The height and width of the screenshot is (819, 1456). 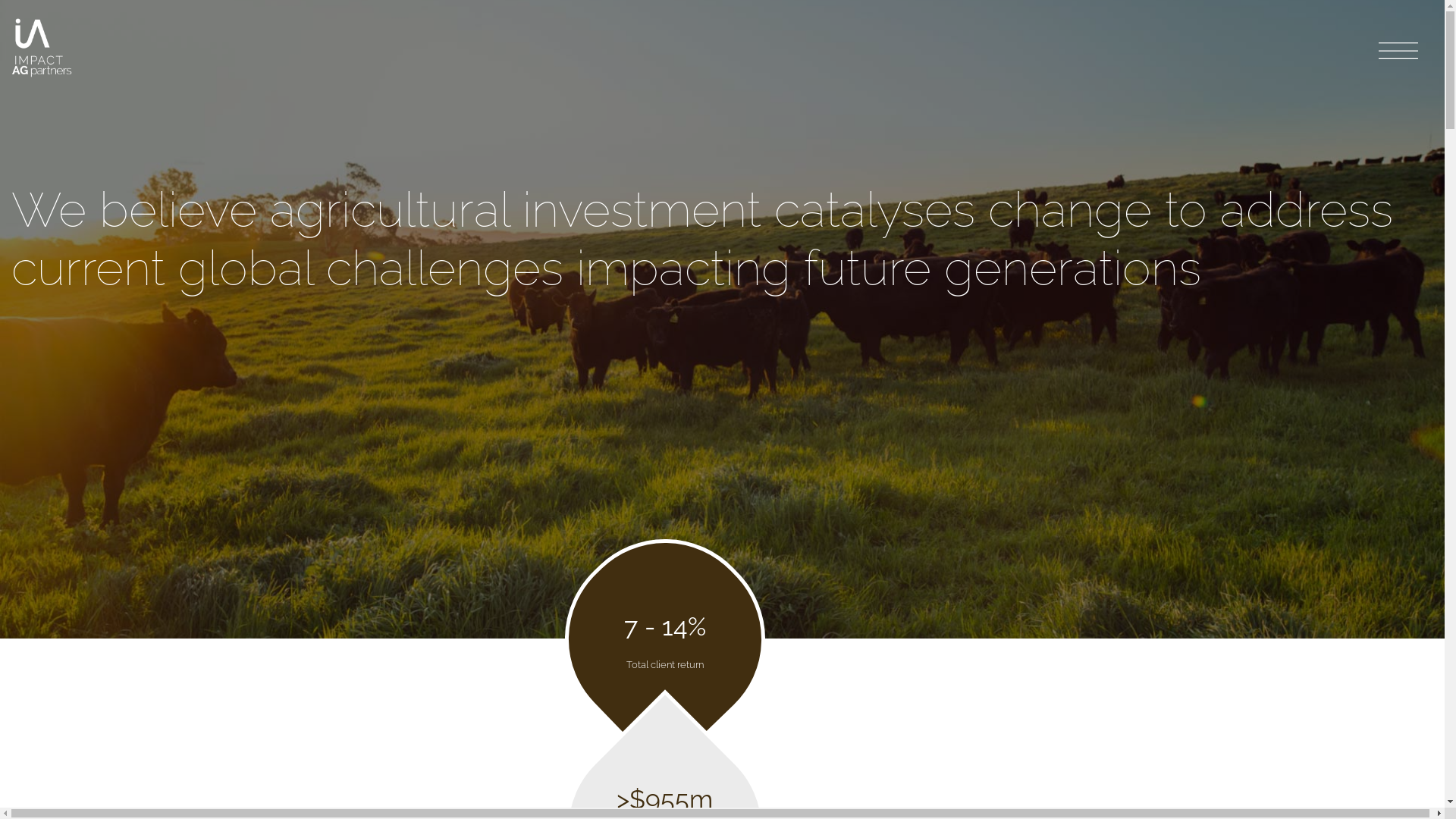 What do you see at coordinates (665, 635) in the screenshot?
I see `'7 - 14%` at bounding box center [665, 635].